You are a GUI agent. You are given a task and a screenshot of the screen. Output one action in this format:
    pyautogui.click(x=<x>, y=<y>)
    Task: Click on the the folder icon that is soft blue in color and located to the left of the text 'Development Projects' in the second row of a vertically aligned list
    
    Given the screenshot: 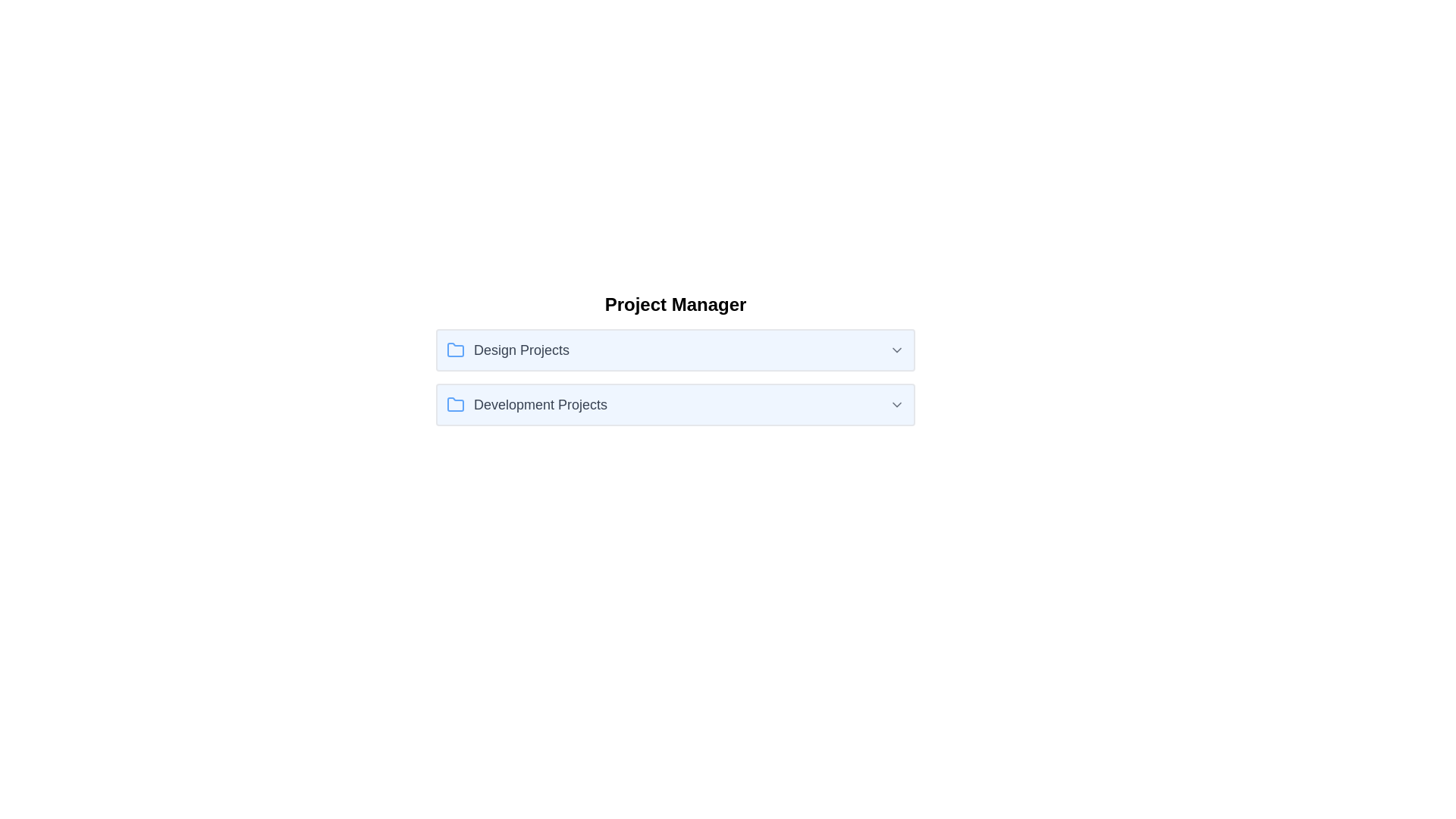 What is the action you would take?
    pyautogui.click(x=454, y=403)
    